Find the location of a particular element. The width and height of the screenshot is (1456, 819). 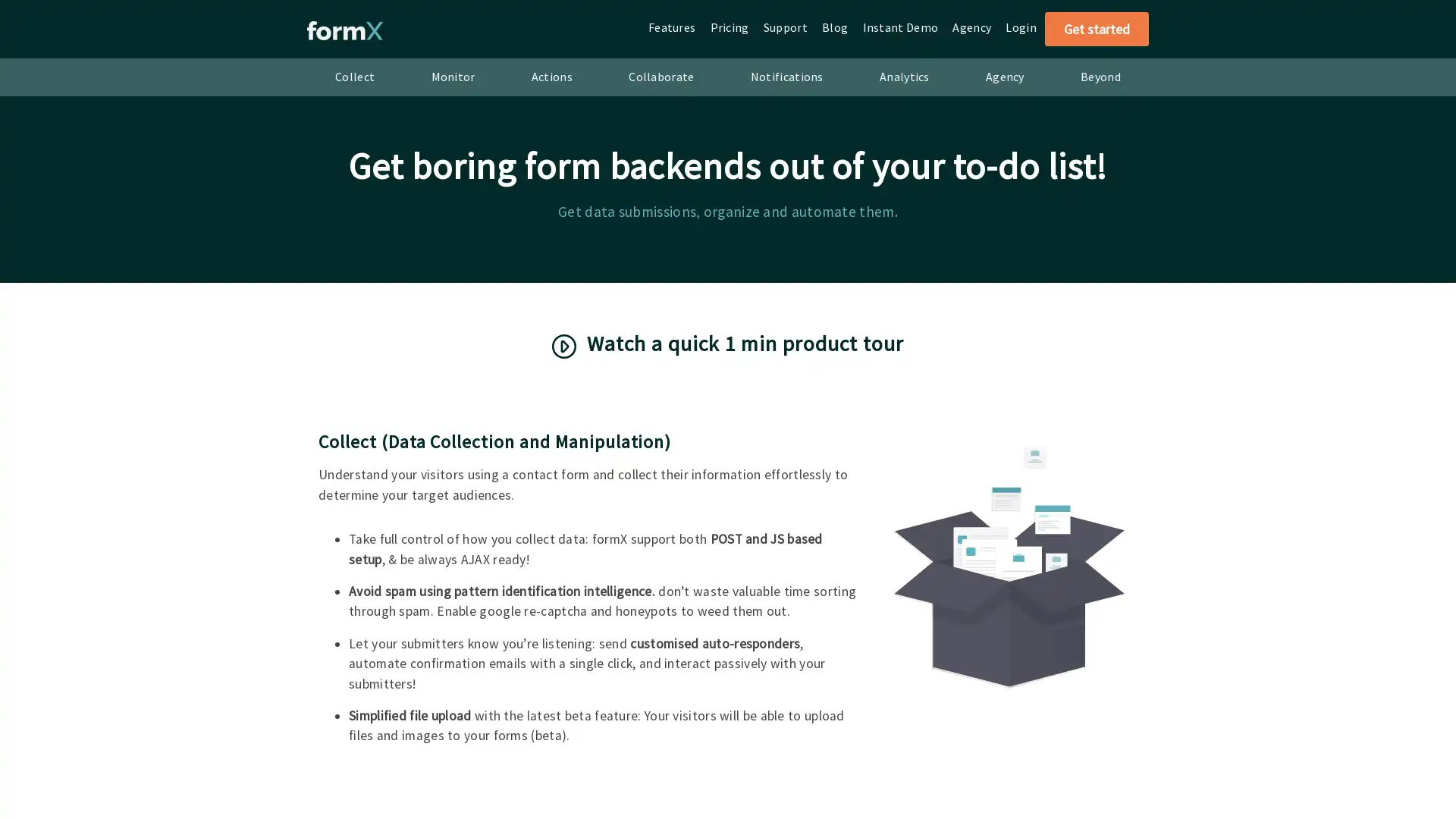

Get started is located at coordinates (1097, 29).